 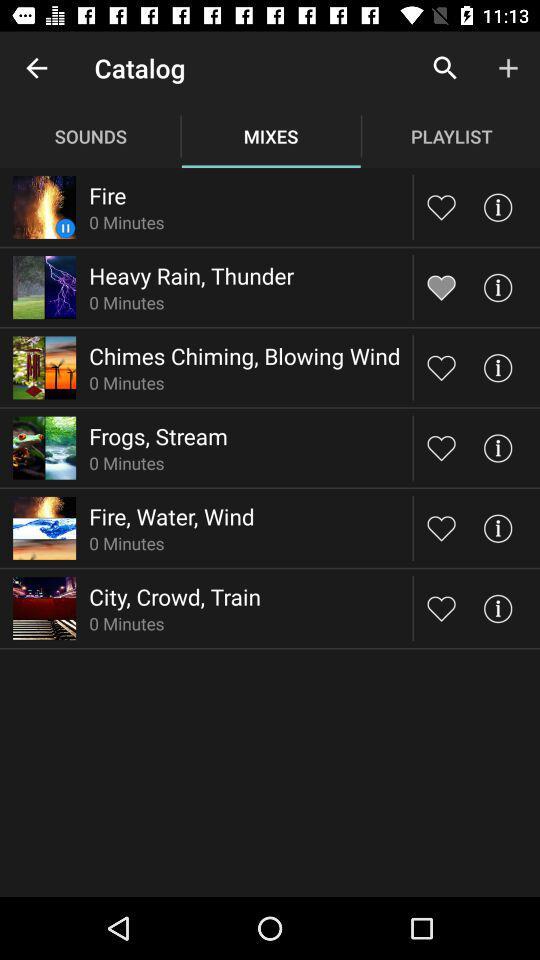 I want to click on heart, so click(x=441, y=286).